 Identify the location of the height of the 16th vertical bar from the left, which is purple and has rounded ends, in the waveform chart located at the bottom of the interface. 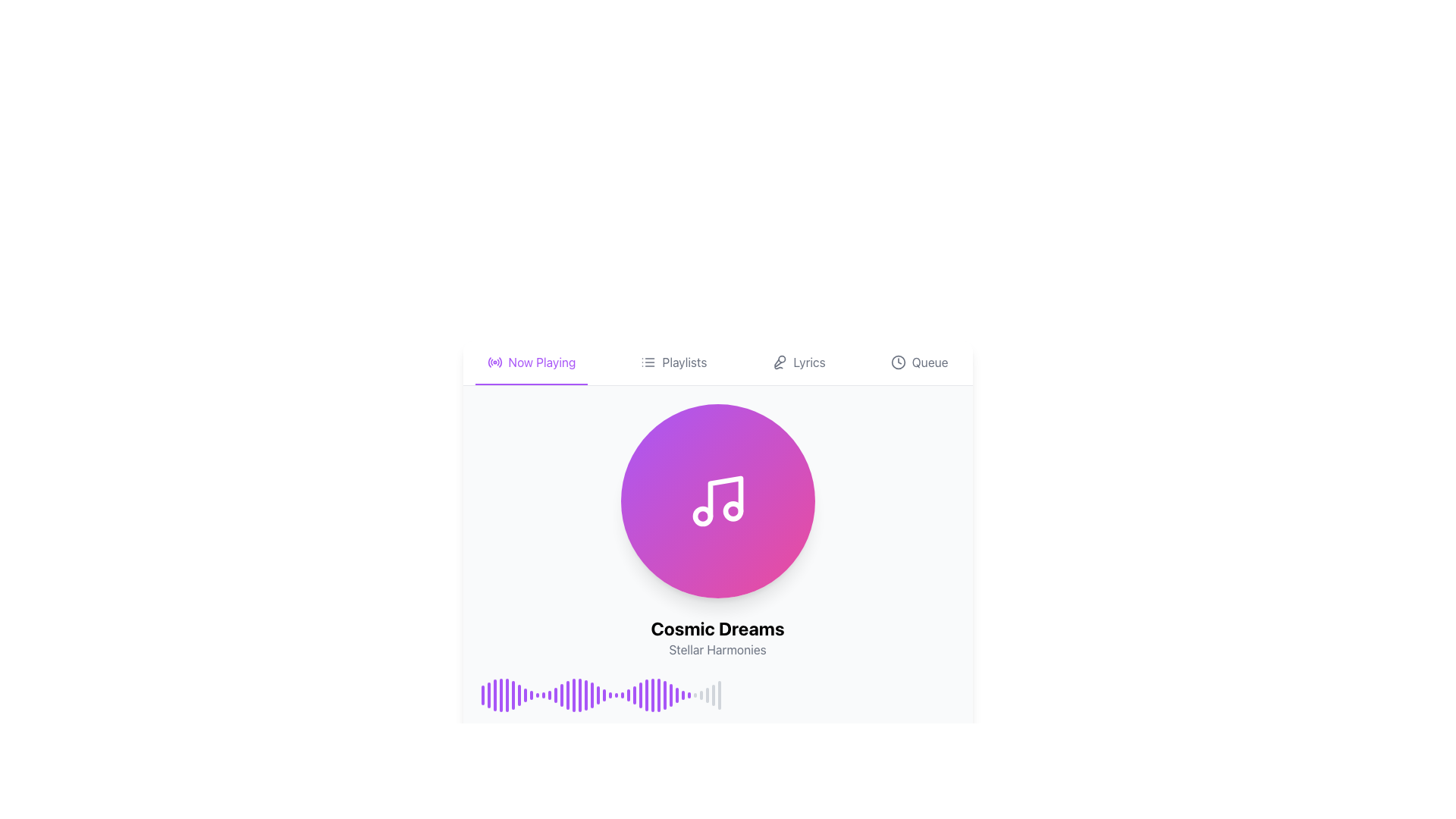
(573, 695).